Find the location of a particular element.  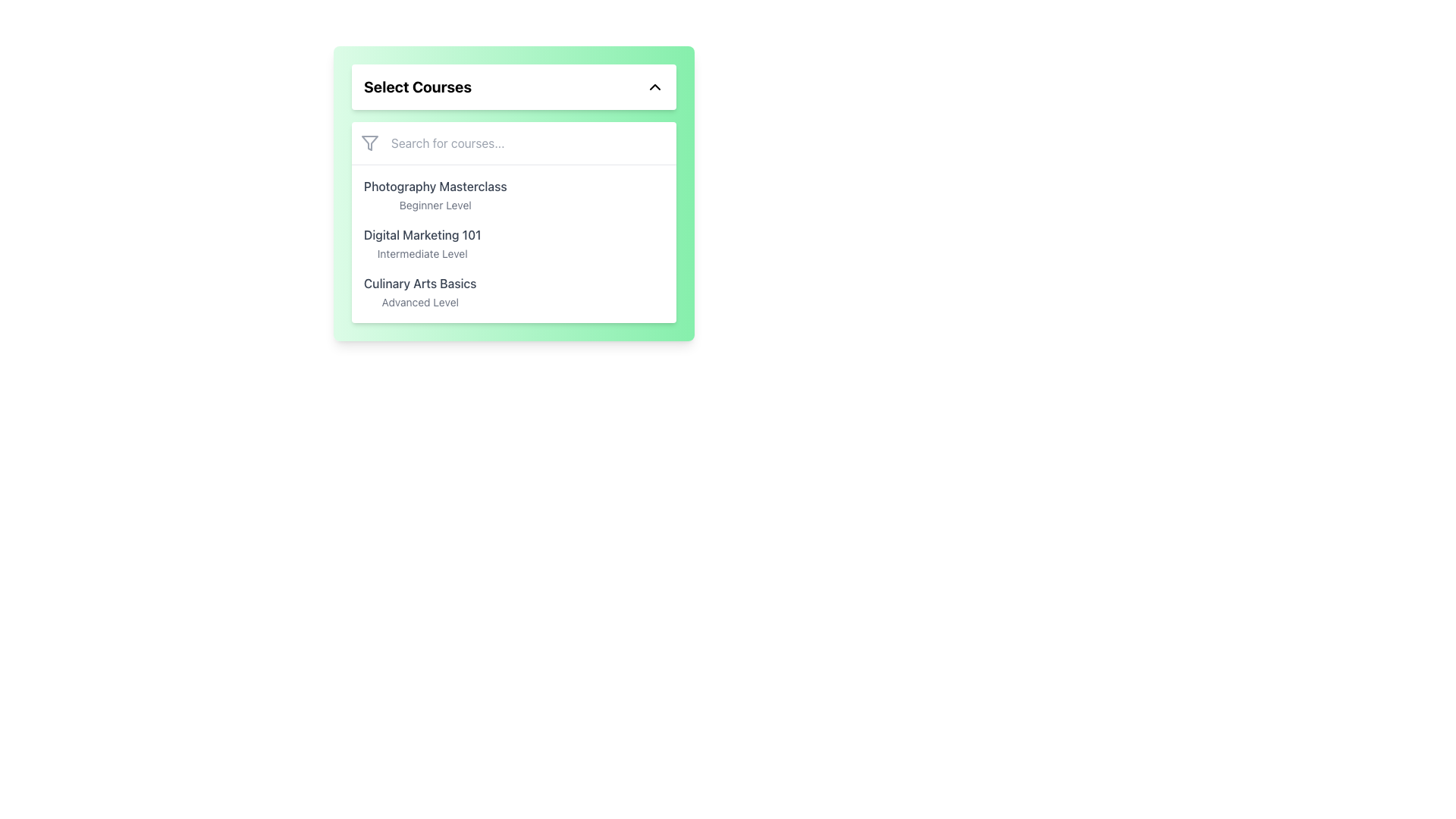

the list item labeled 'Culinary Arts Basics' is located at coordinates (513, 292).